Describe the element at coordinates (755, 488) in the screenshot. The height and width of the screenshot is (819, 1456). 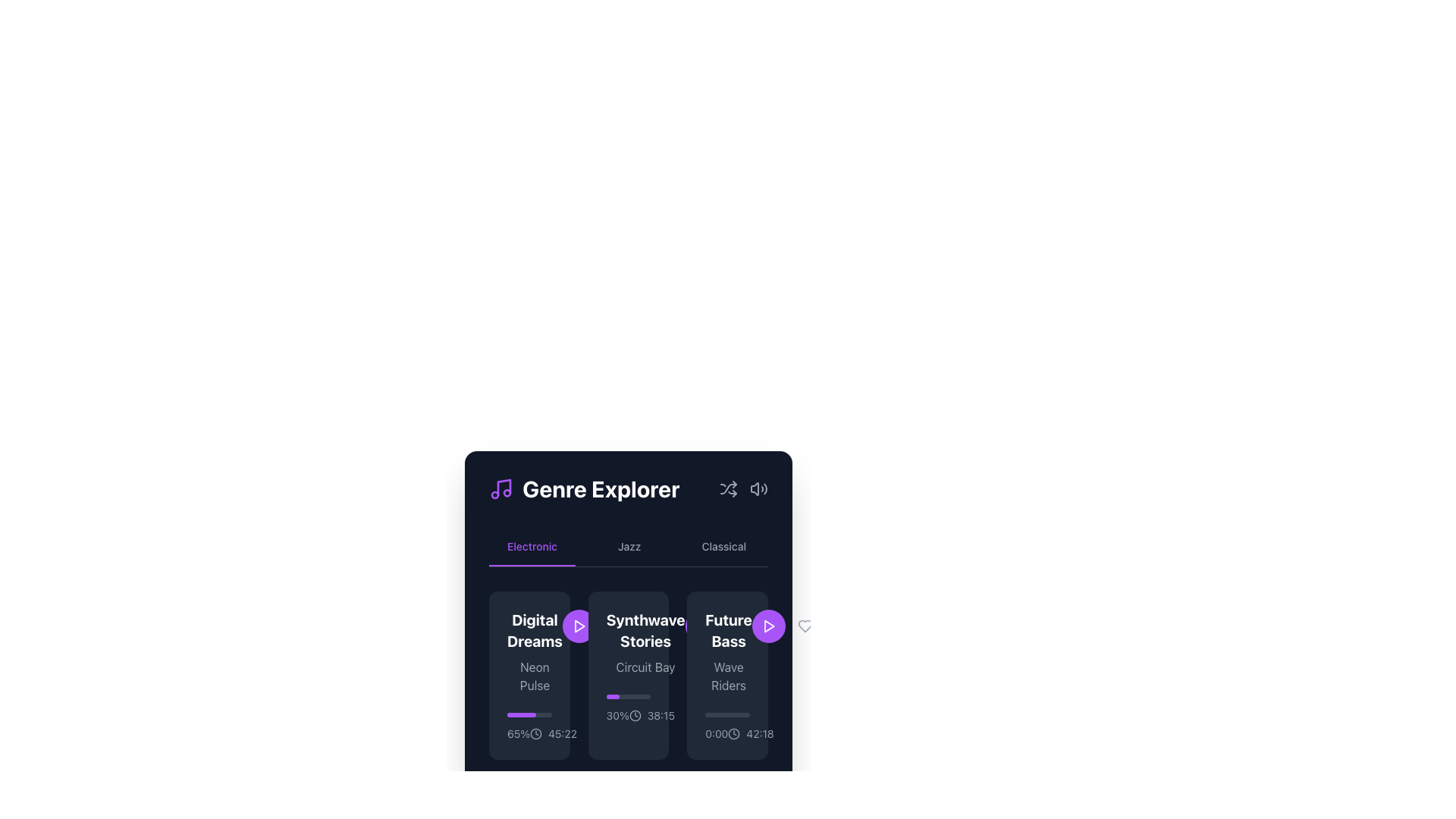
I see `the minimalist speaker icon located in the top-right corner of the application layout` at that location.